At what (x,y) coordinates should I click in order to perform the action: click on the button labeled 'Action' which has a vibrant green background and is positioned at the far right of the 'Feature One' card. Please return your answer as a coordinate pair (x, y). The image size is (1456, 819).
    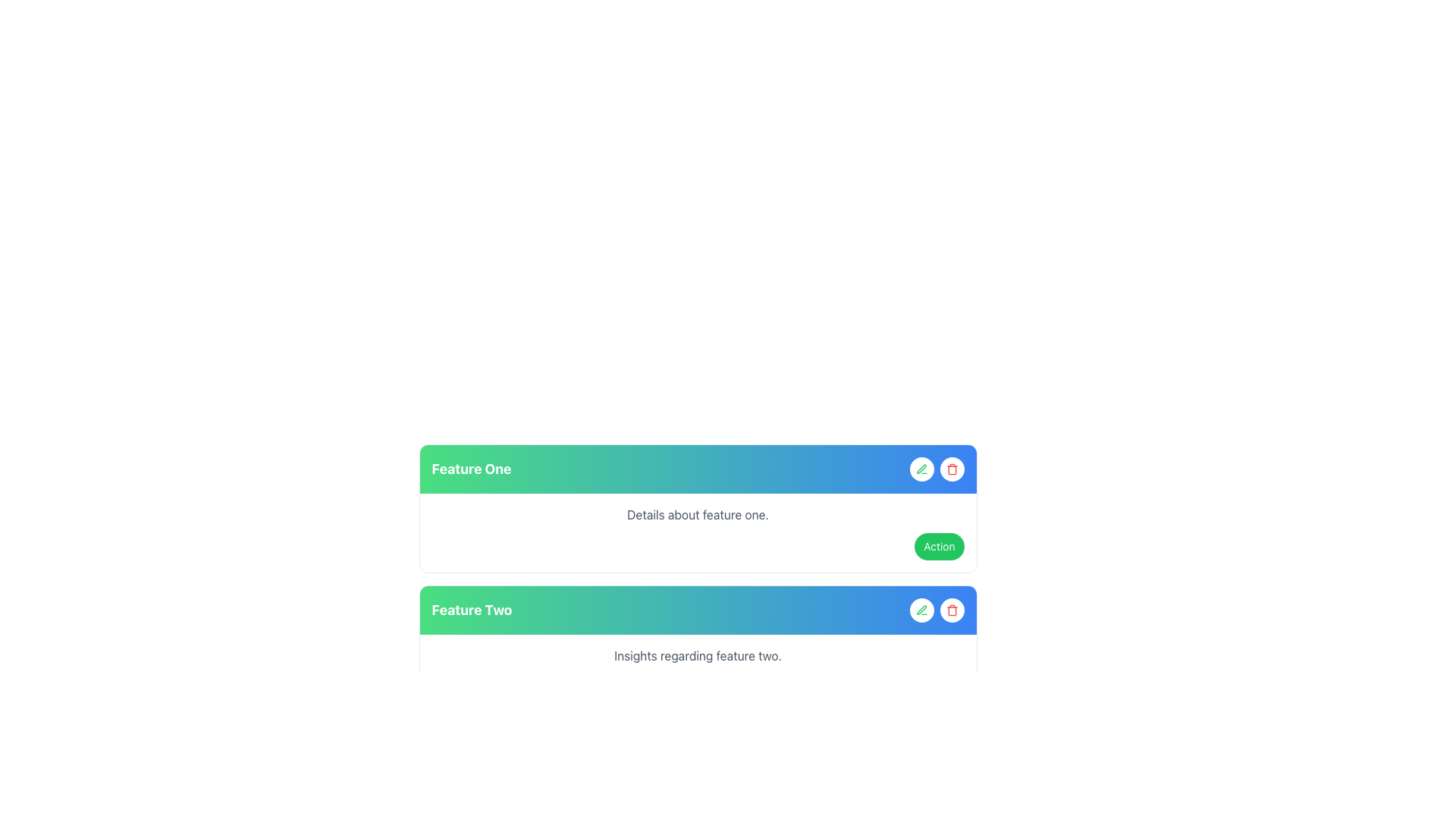
    Looking at the image, I should click on (938, 547).